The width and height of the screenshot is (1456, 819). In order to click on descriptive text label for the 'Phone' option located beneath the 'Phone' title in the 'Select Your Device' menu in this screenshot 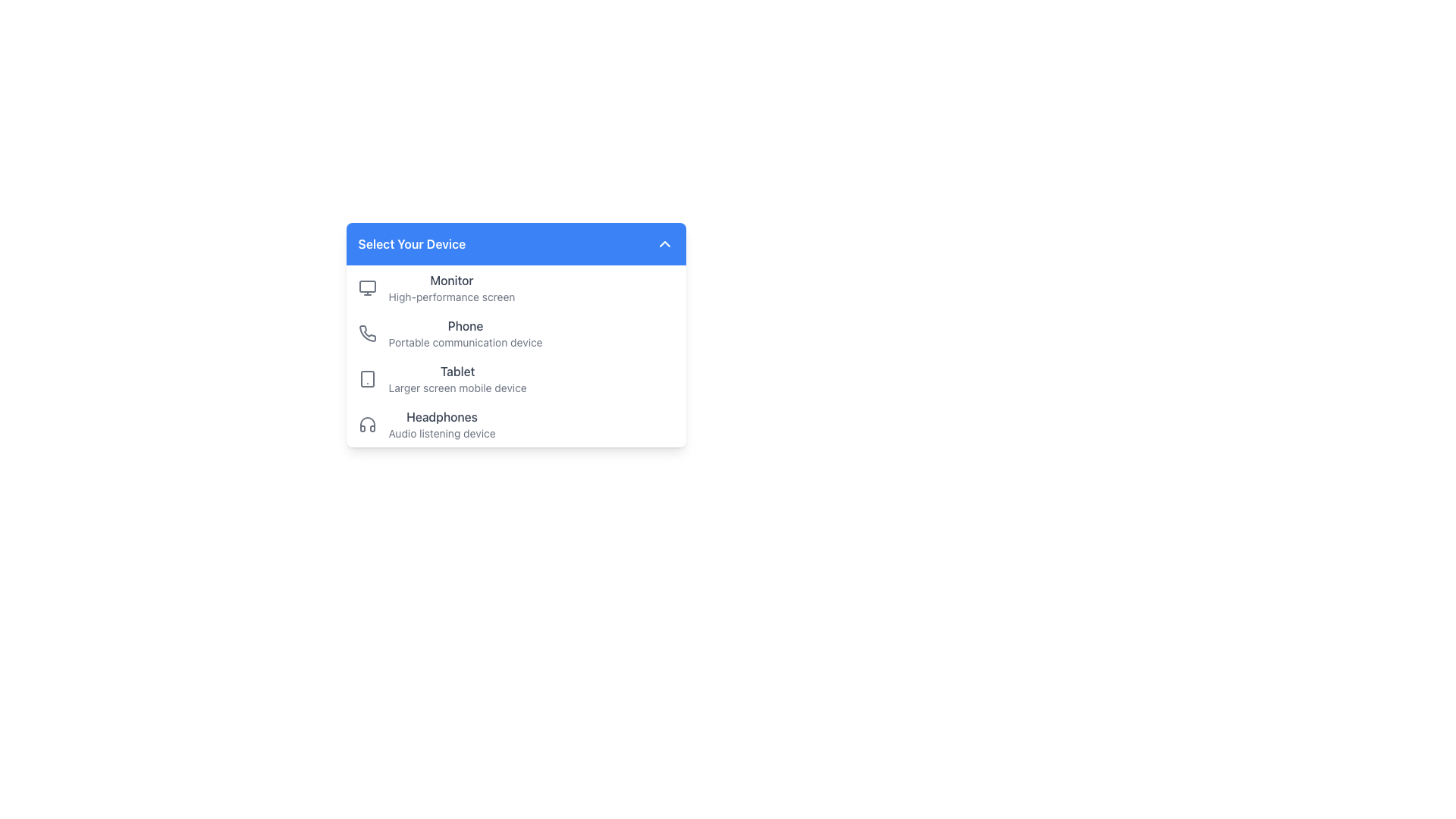, I will do `click(465, 342)`.